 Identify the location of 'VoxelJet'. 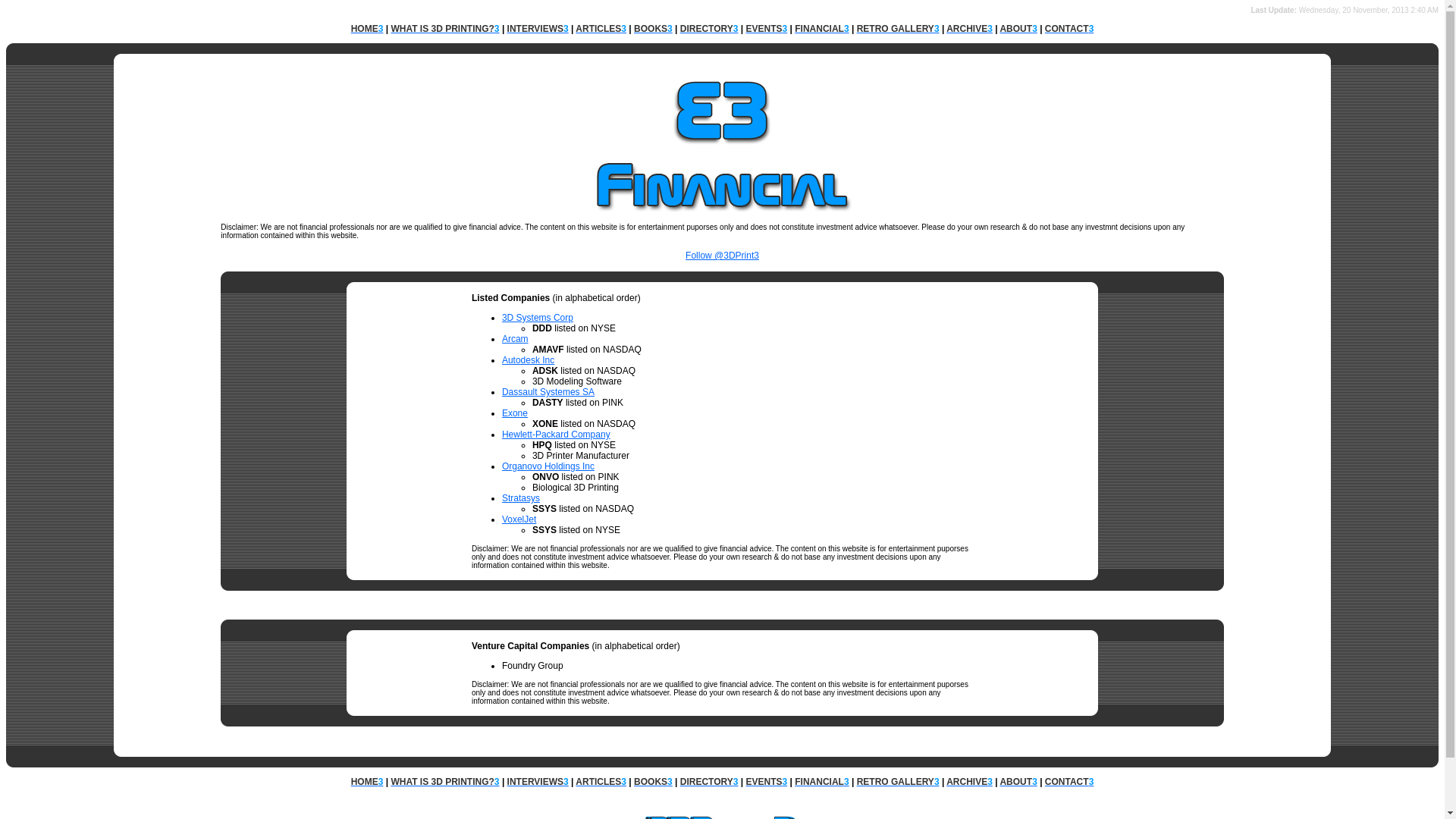
(519, 519).